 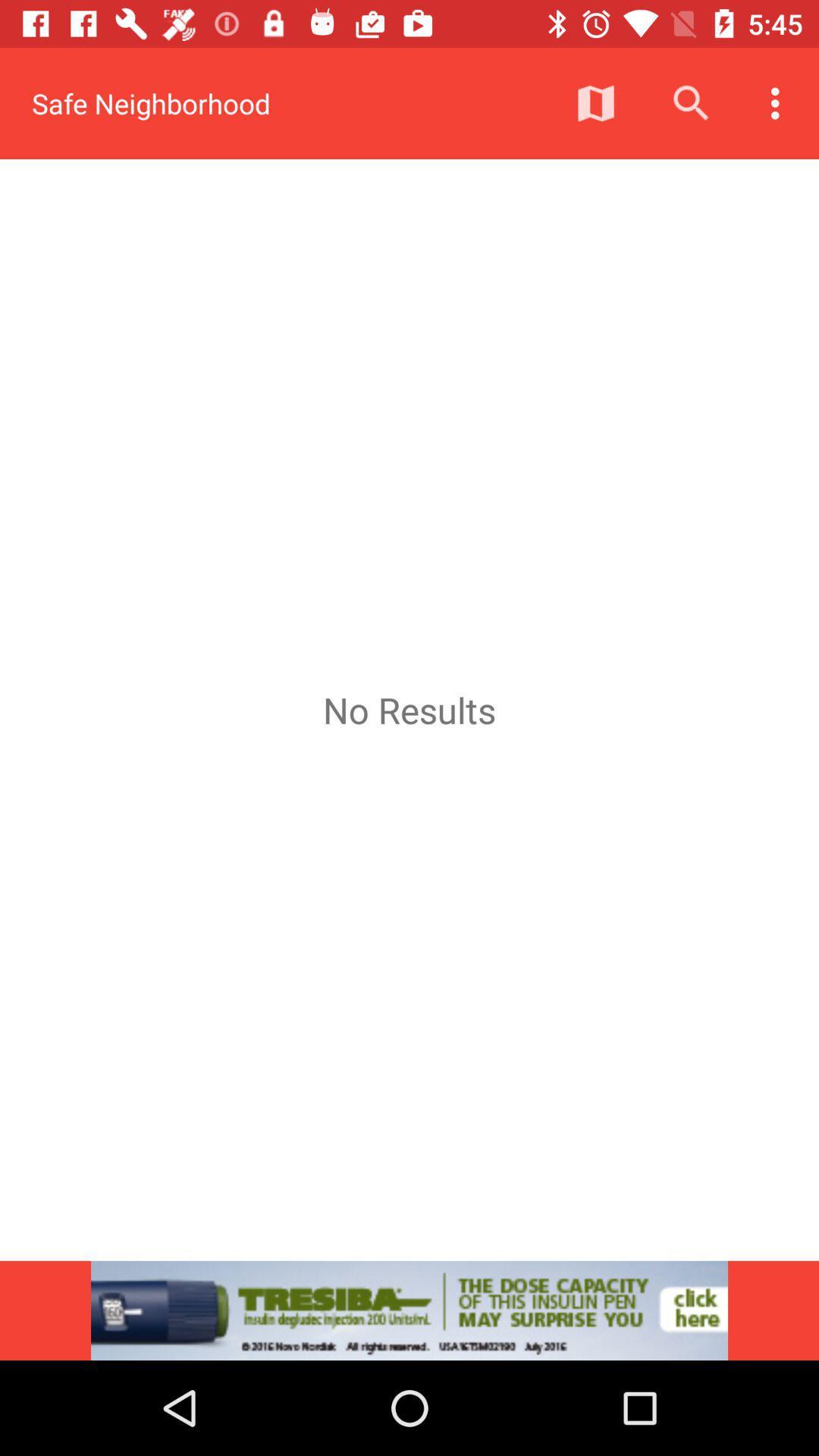 I want to click on icon above no results item, so click(x=691, y=102).